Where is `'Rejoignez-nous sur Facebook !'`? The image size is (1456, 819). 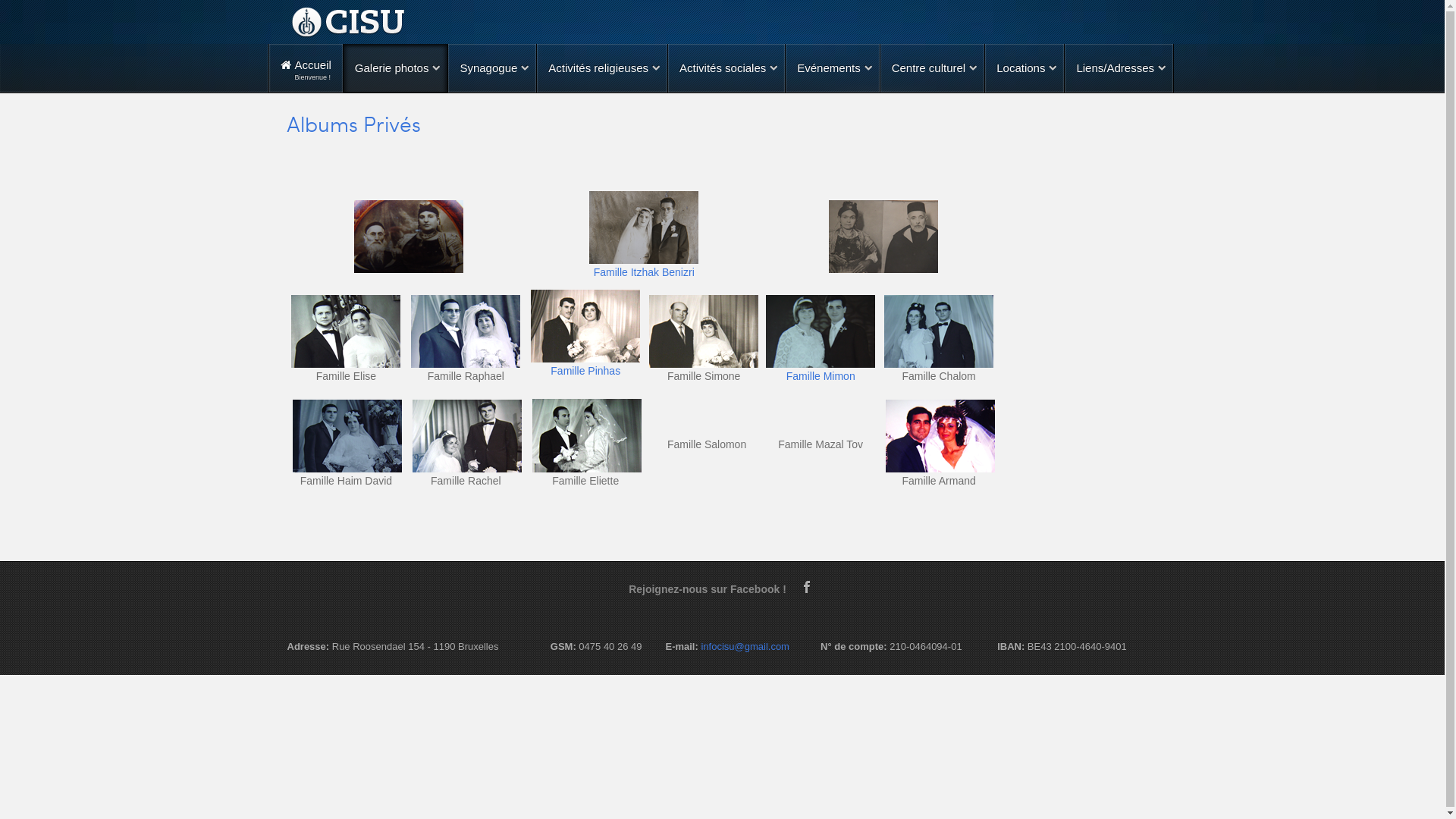 'Rejoignez-nous sur Facebook !' is located at coordinates (712, 588).